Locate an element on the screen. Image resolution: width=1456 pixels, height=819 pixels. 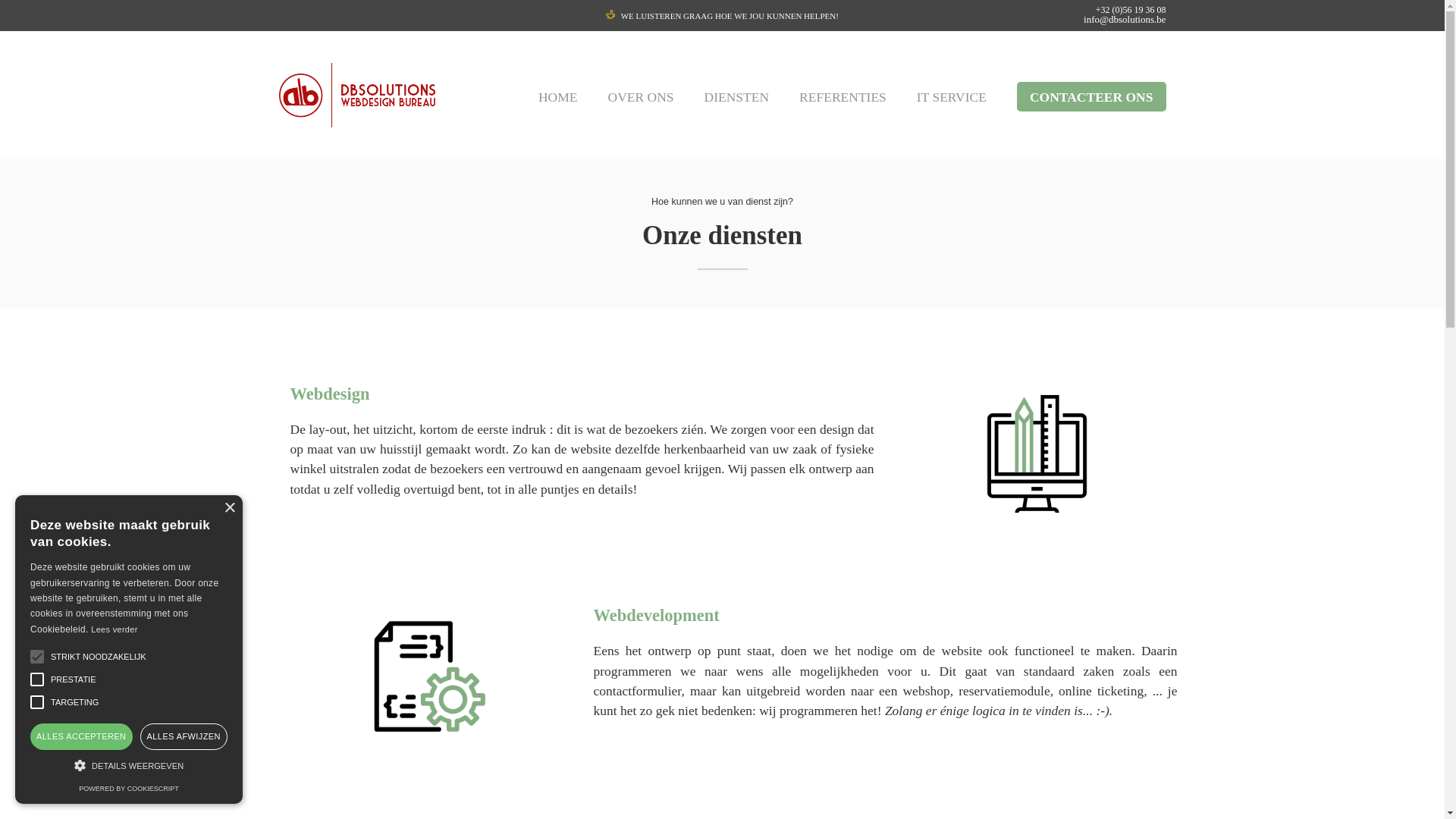
'HOME' is located at coordinates (557, 96).